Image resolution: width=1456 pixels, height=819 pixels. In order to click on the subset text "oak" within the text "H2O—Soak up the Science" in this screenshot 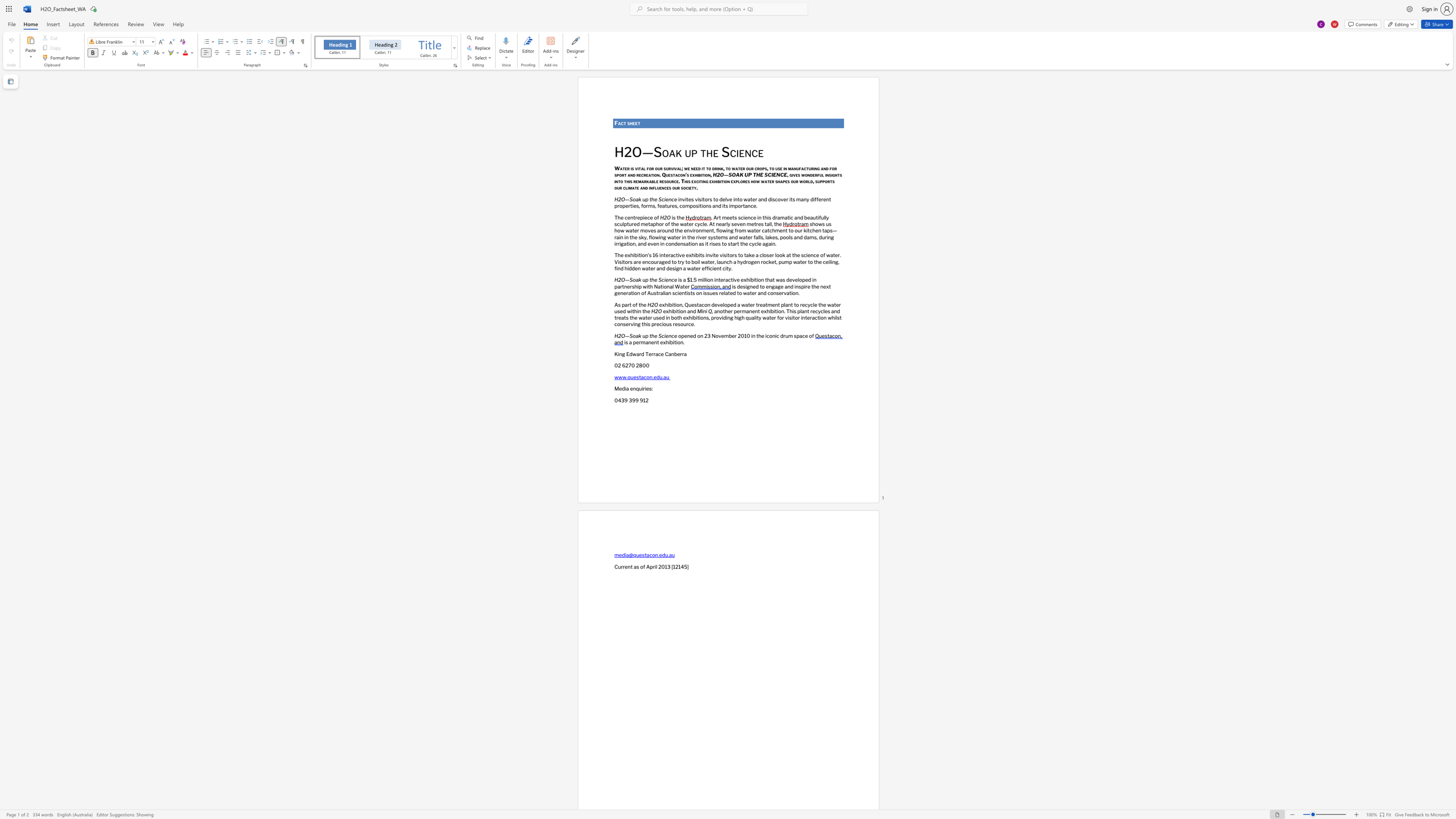, I will do `click(662, 153)`.